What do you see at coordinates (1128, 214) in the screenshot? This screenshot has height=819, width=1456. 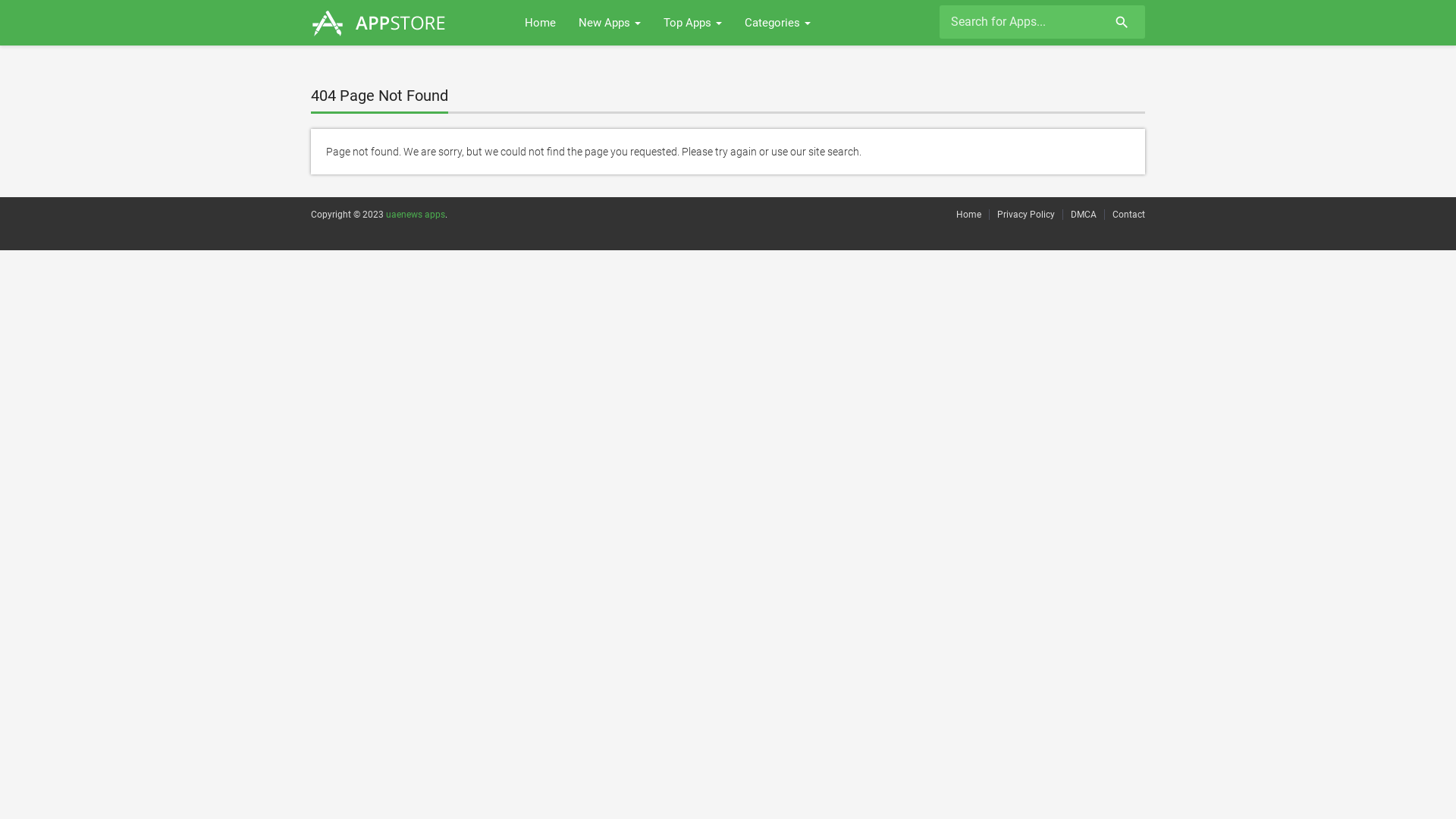 I see `'Contact'` at bounding box center [1128, 214].